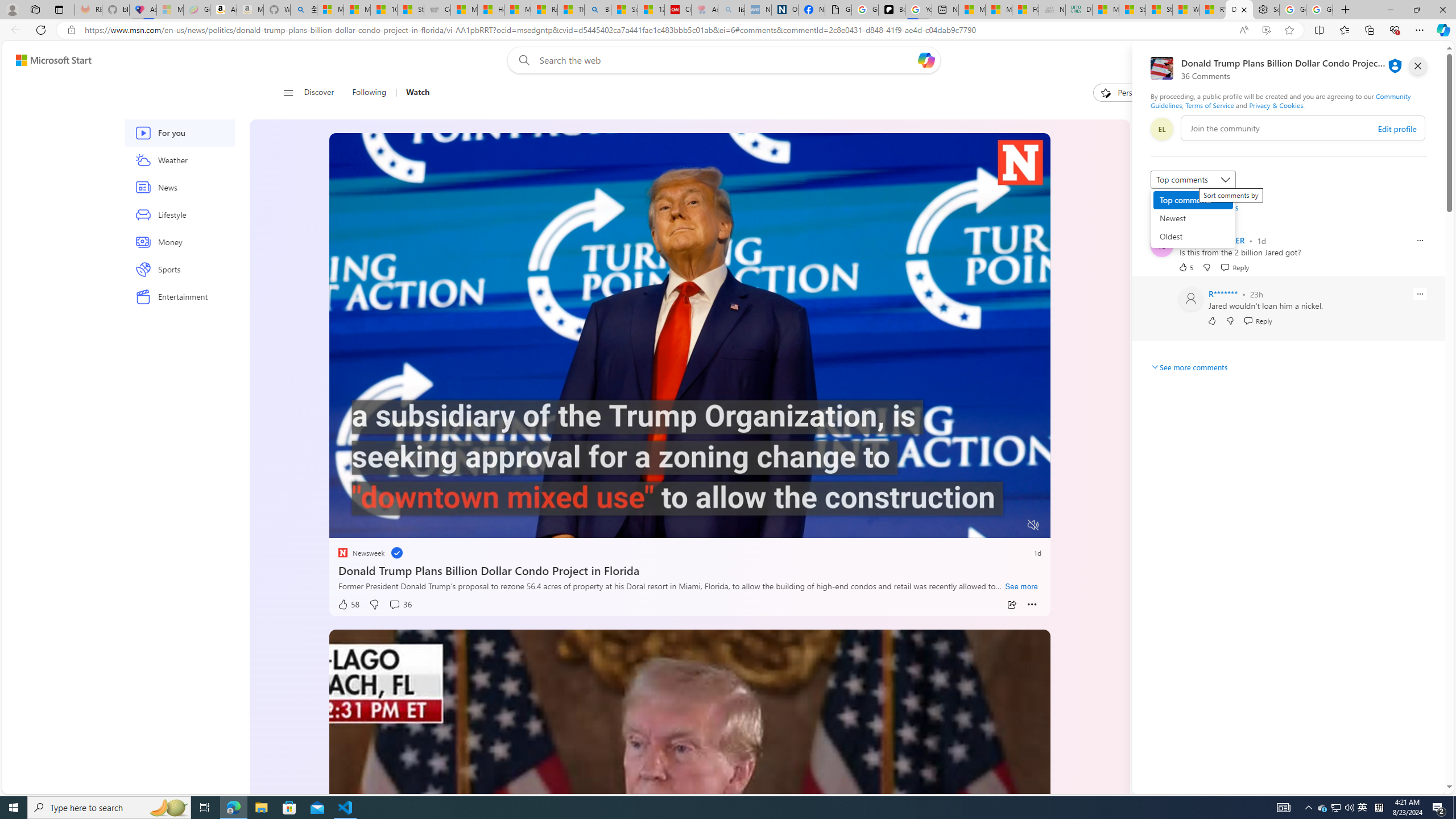  What do you see at coordinates (1266, 30) in the screenshot?
I see `'Enhance video'` at bounding box center [1266, 30].